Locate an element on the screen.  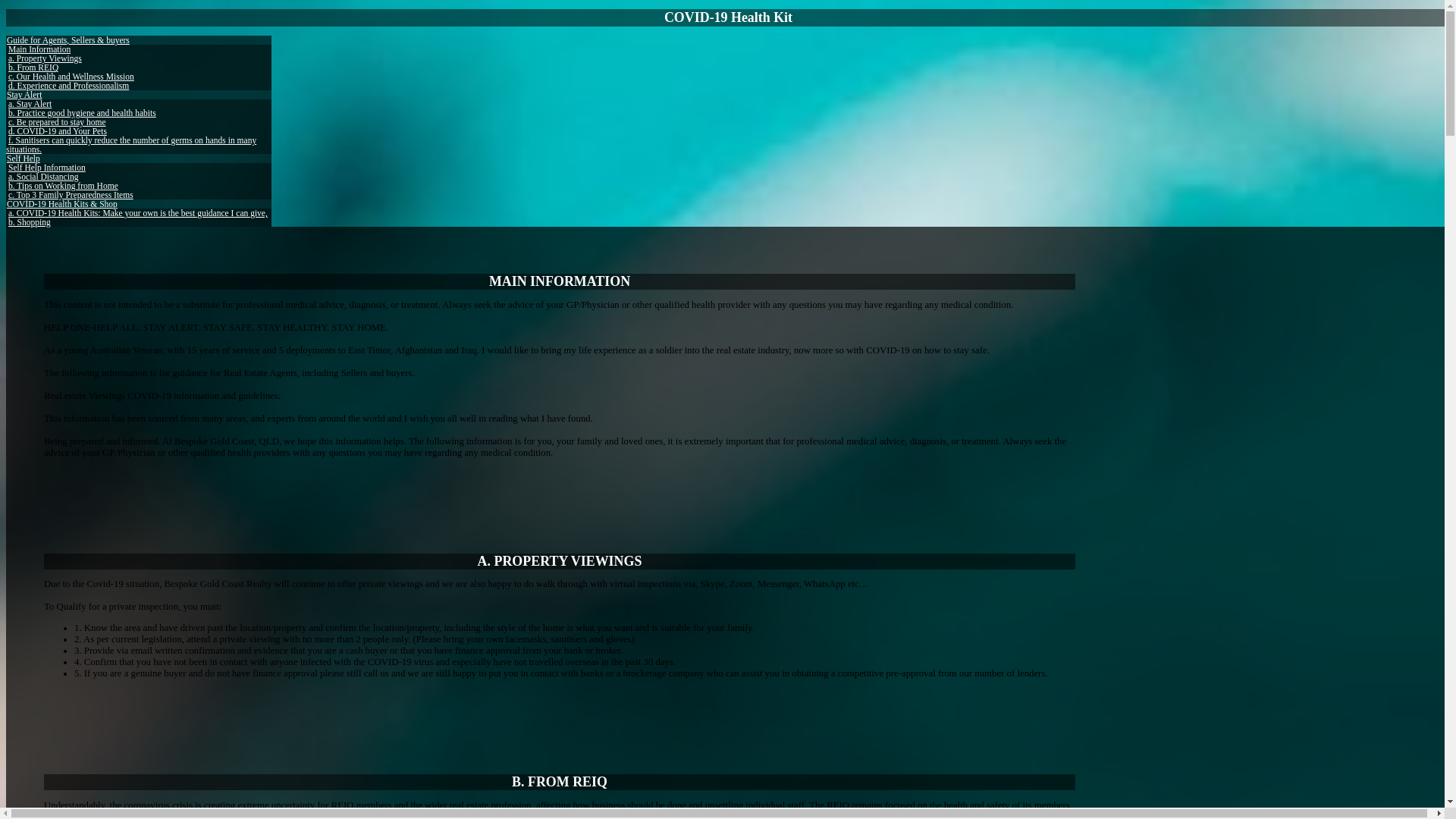
'Stay Alert' is located at coordinates (24, 94).